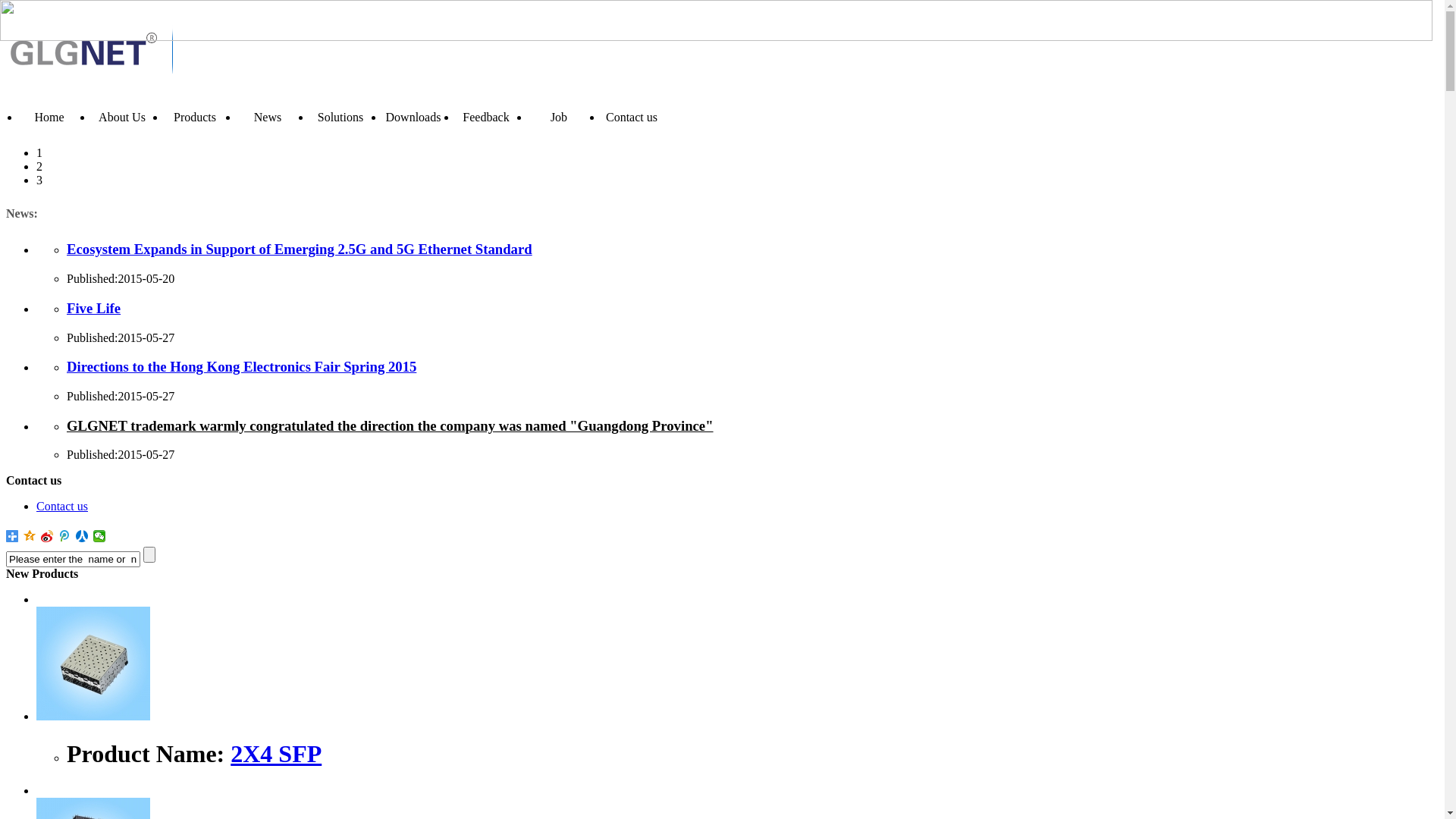  I want to click on '2X4 SFP', so click(276, 754).